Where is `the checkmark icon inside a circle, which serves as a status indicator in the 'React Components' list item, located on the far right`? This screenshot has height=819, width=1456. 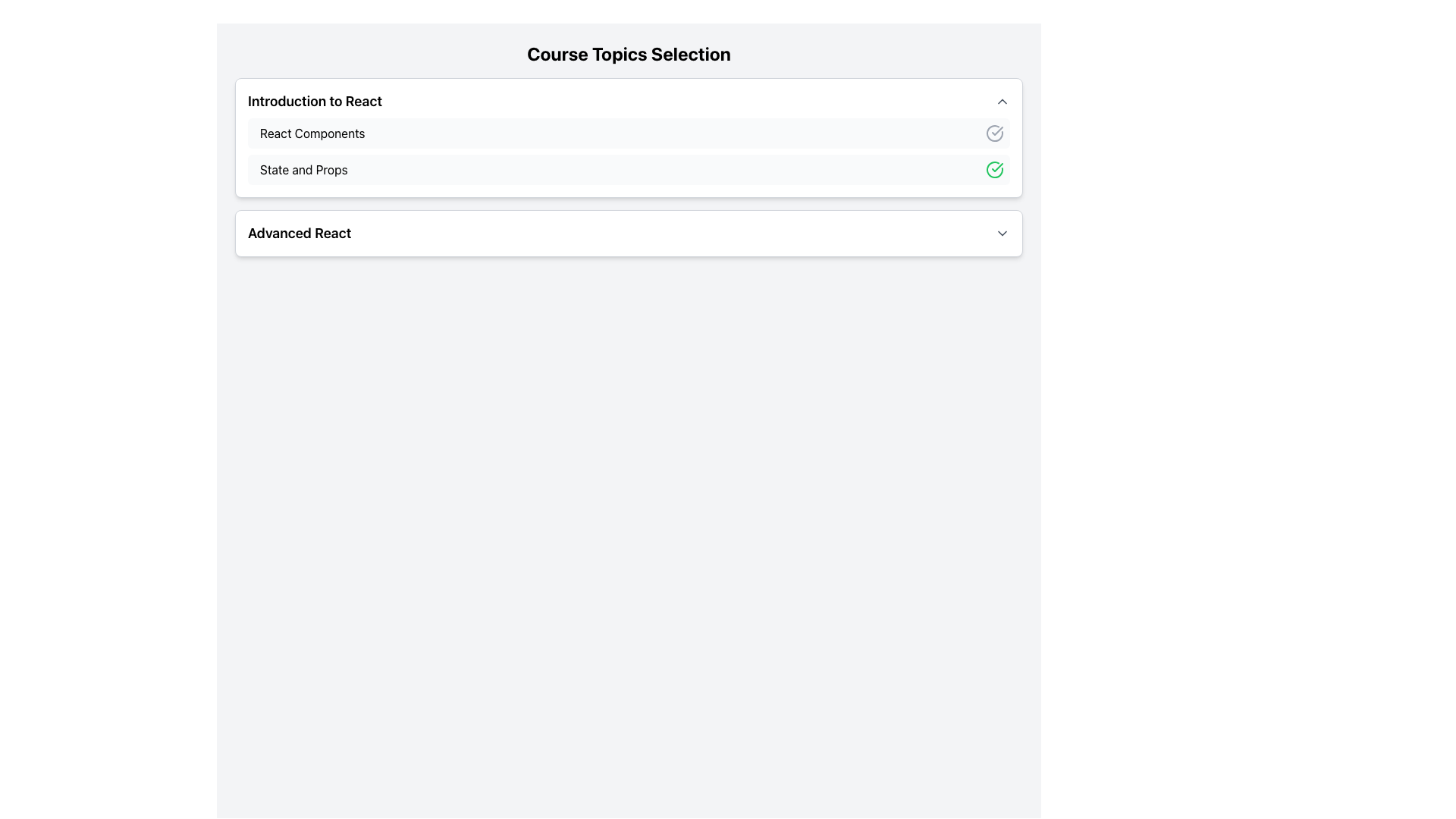
the checkmark icon inside a circle, which serves as a status indicator in the 'React Components' list item, located on the far right is located at coordinates (994, 133).